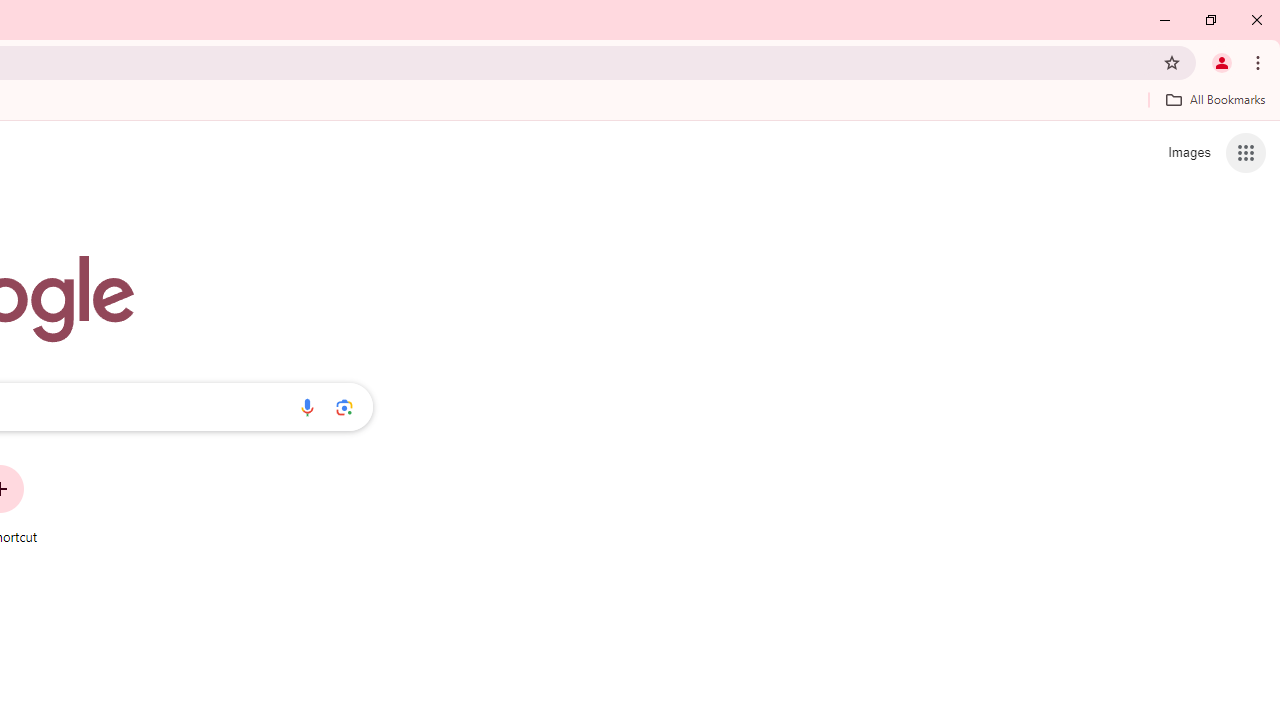 The width and height of the screenshot is (1280, 720). Describe the element at coordinates (306, 406) in the screenshot. I see `'Search by voice'` at that location.